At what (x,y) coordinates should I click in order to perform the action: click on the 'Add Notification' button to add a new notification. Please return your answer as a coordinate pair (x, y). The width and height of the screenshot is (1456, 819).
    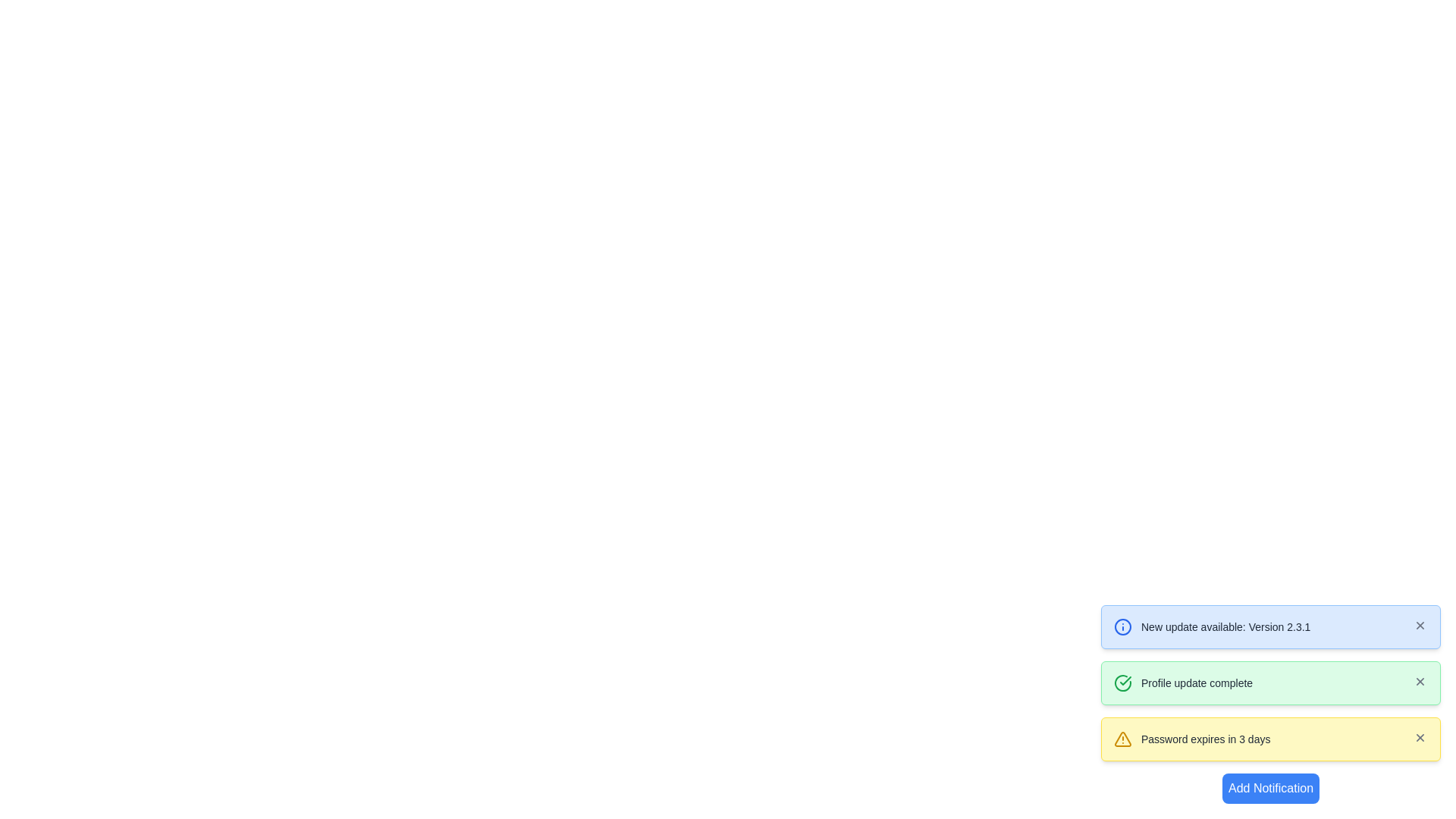
    Looking at the image, I should click on (1270, 788).